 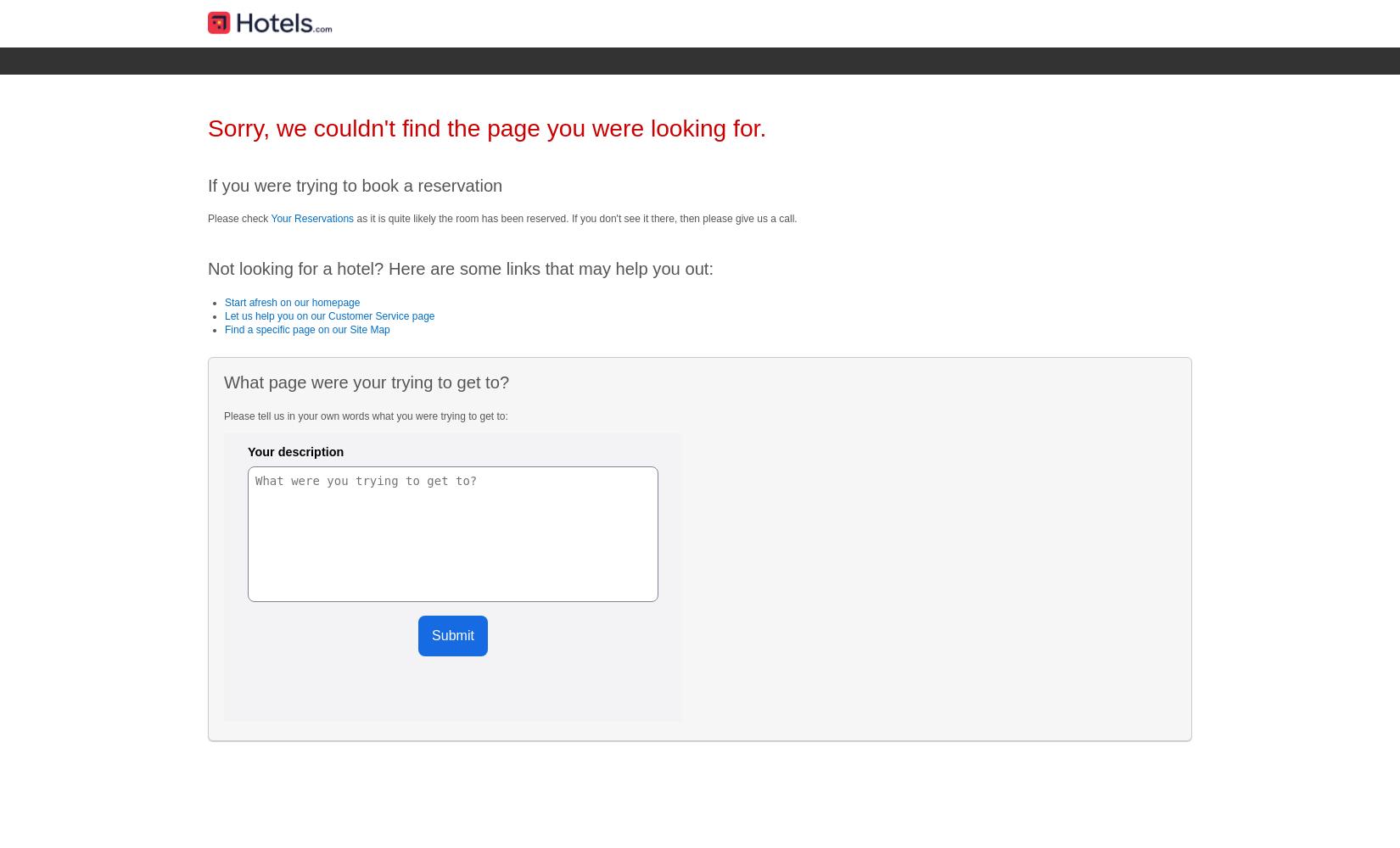 I want to click on 'What page were your trying to get to?', so click(x=224, y=382).